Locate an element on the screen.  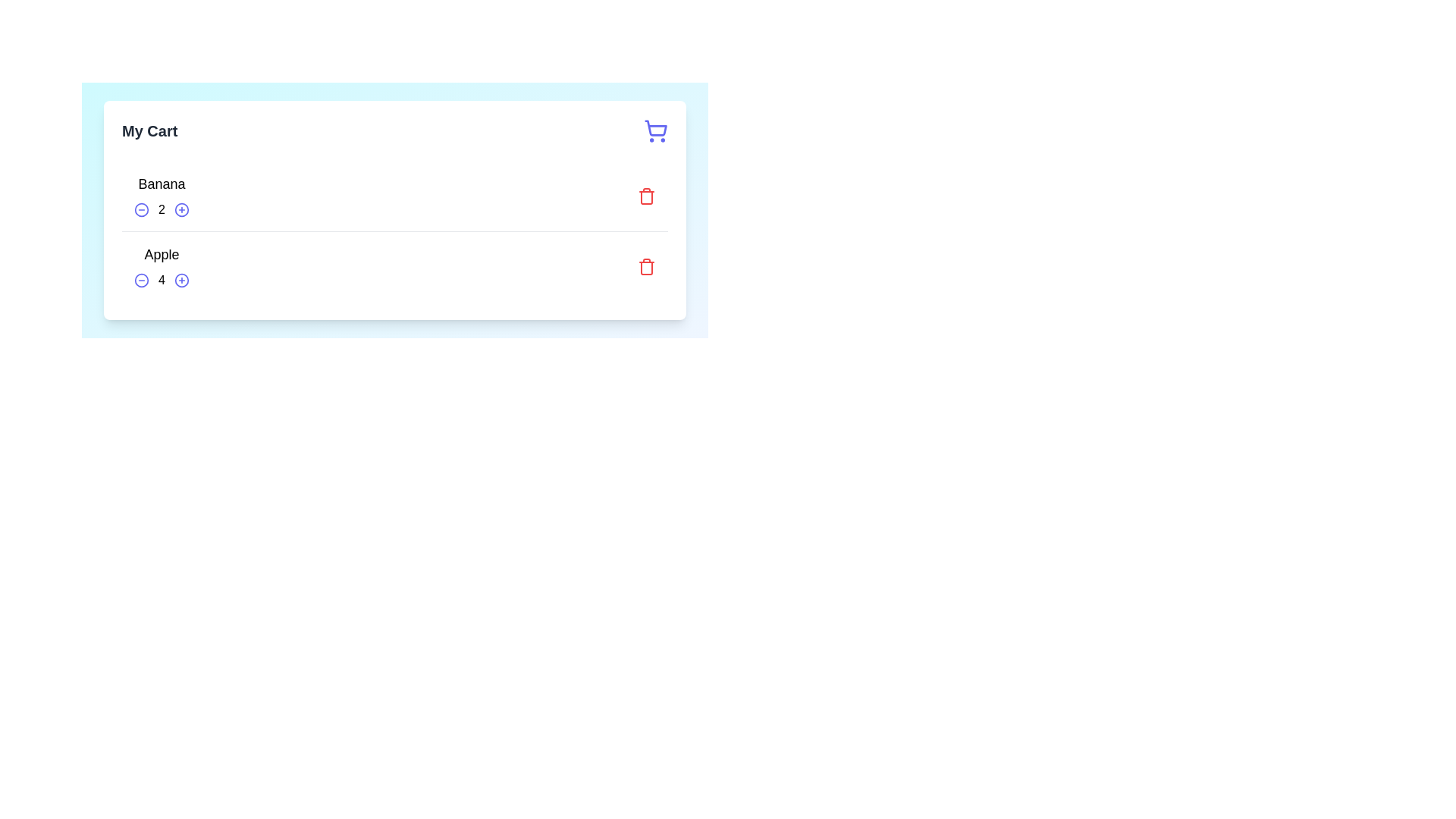
the button to increase the quantity of the 'Banana' item in the cart, located to the right of the quantity '2' is located at coordinates (182, 210).